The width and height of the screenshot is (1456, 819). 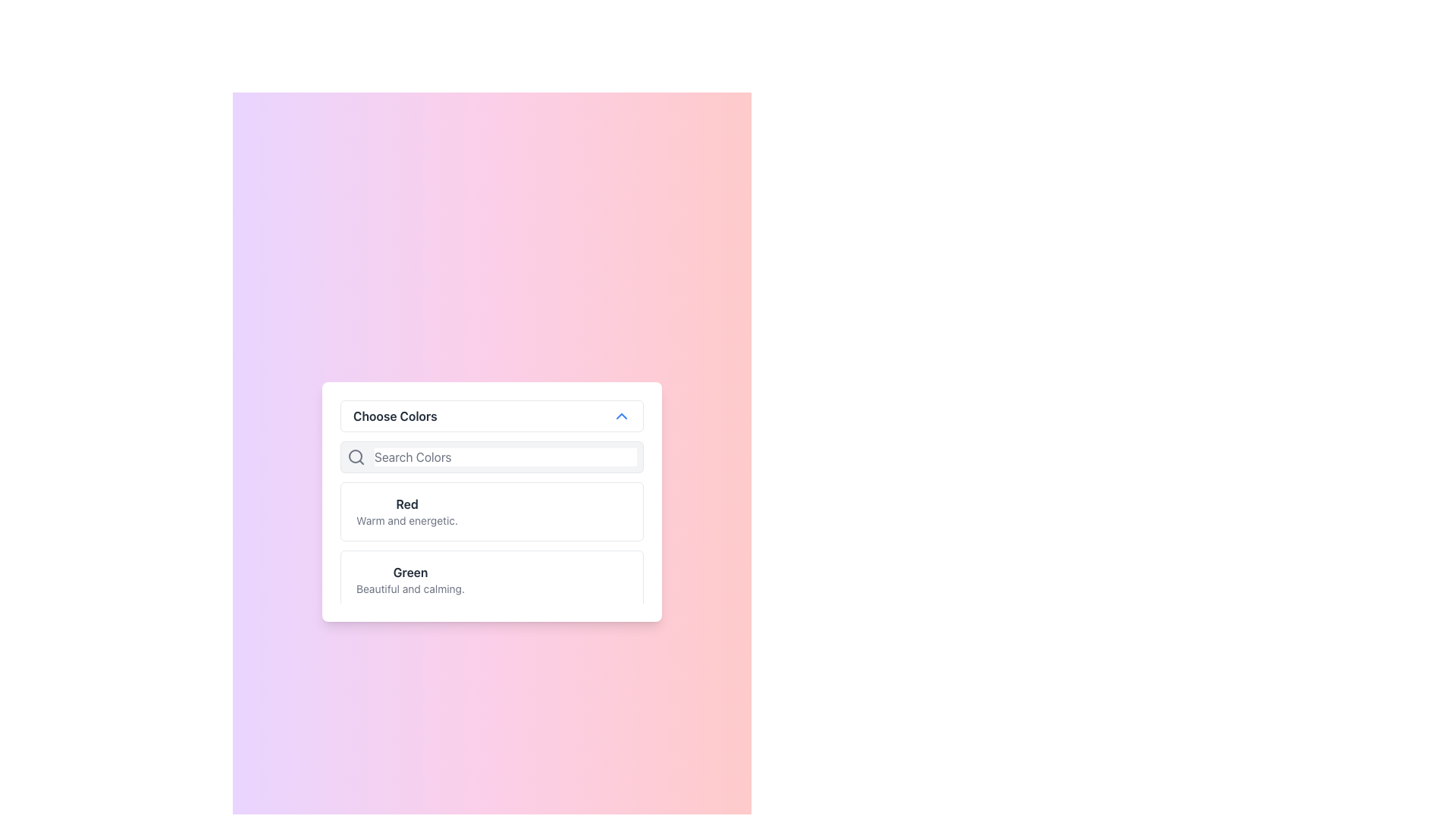 What do you see at coordinates (491, 502) in the screenshot?
I see `the first selectable color option in the list located below the 'Choose Colors' title` at bounding box center [491, 502].